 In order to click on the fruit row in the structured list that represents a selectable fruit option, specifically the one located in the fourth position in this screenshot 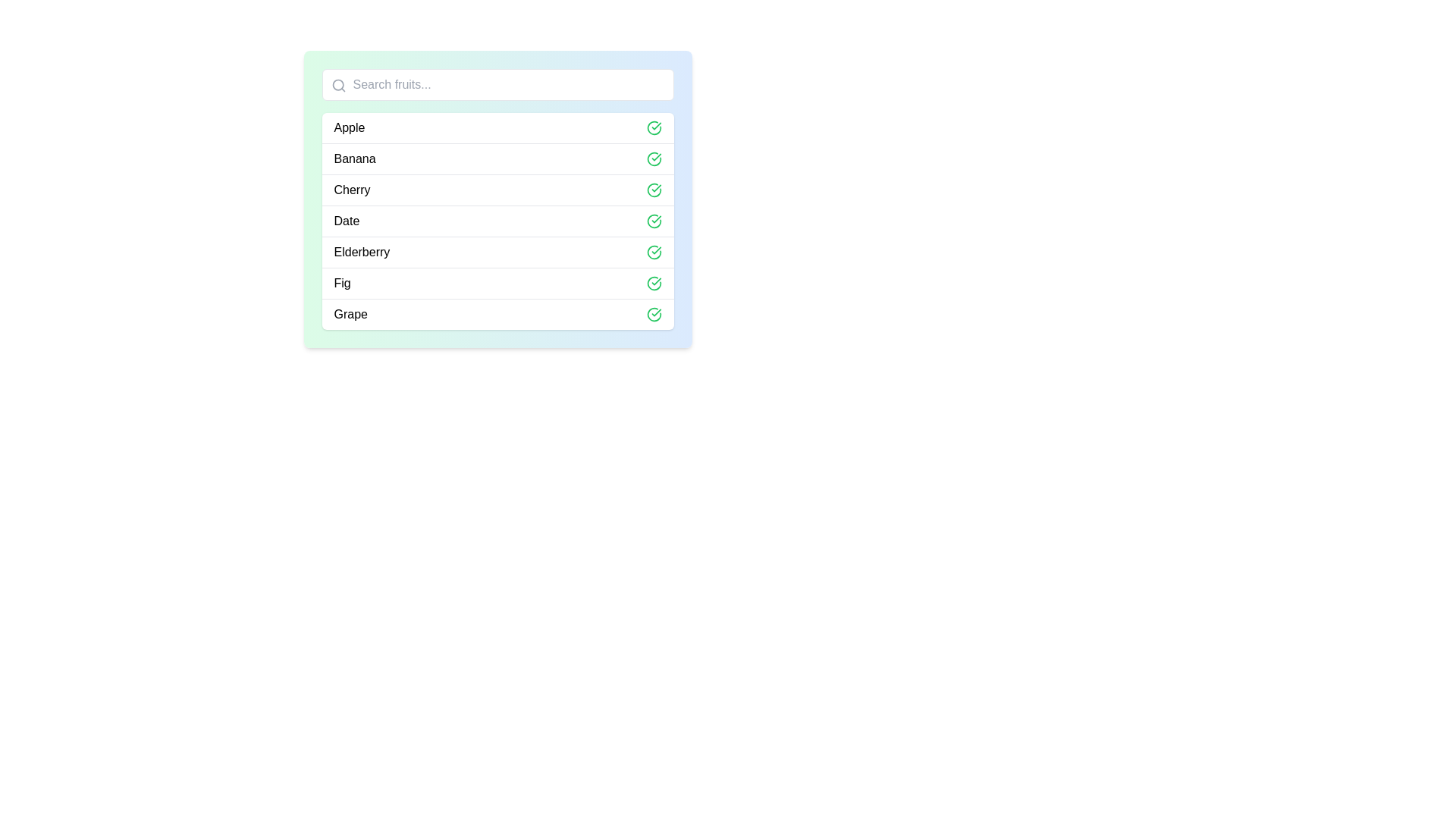, I will do `click(497, 221)`.